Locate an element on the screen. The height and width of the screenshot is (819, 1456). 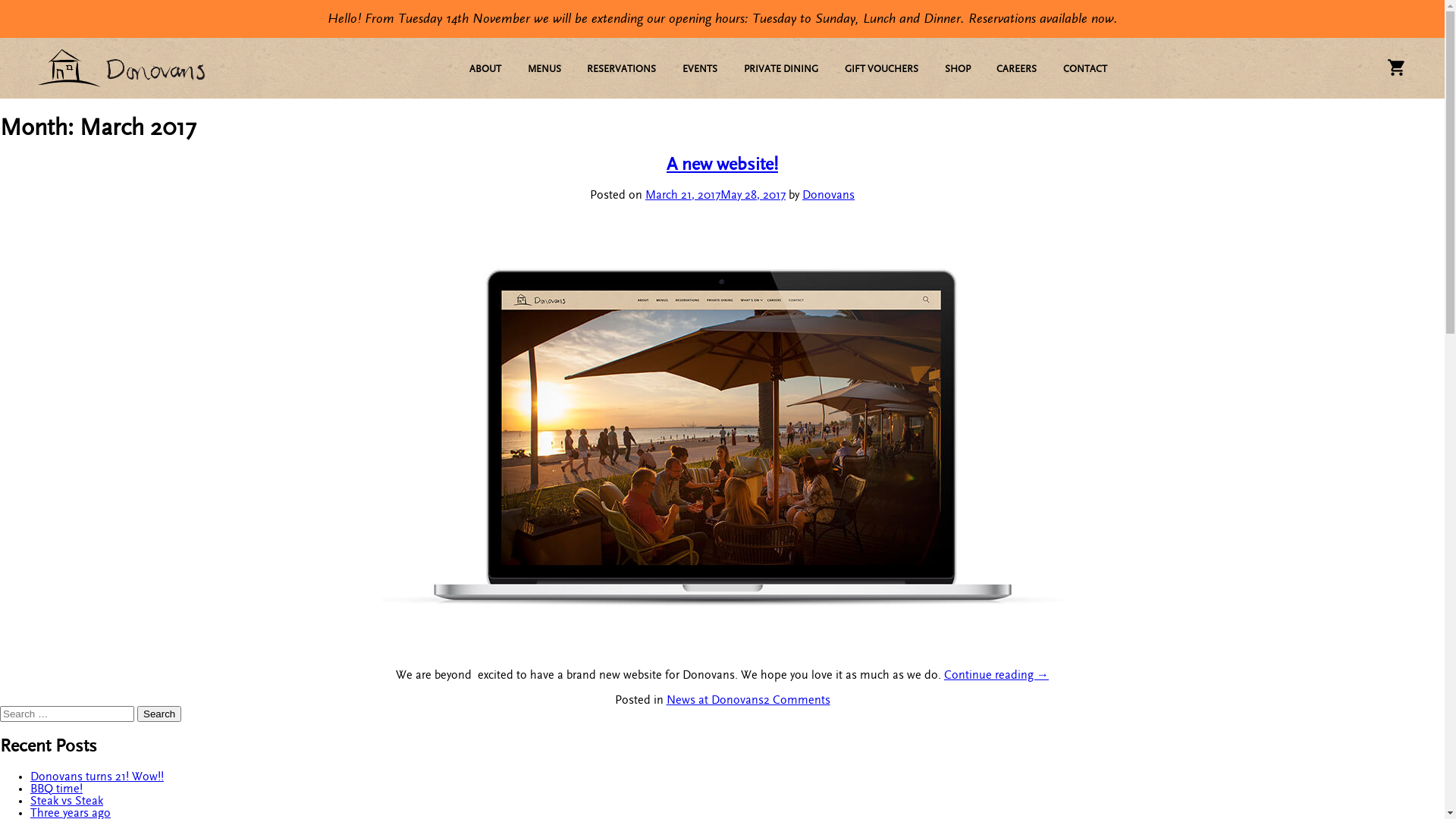
'EVENTS' is located at coordinates (698, 69).